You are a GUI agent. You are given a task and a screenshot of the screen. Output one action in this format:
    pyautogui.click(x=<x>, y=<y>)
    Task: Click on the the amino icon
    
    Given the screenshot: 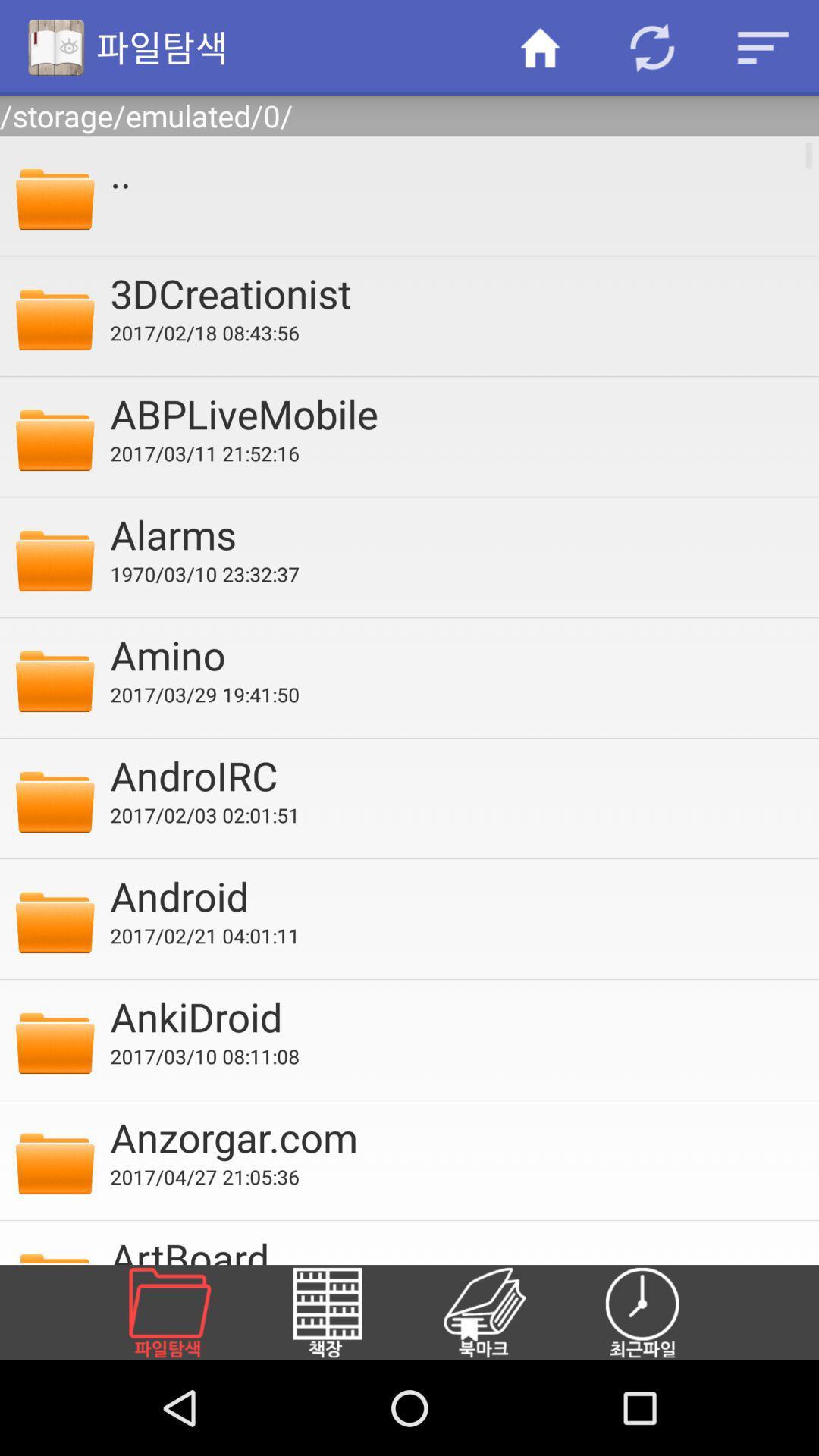 What is the action you would take?
    pyautogui.click(x=453, y=654)
    